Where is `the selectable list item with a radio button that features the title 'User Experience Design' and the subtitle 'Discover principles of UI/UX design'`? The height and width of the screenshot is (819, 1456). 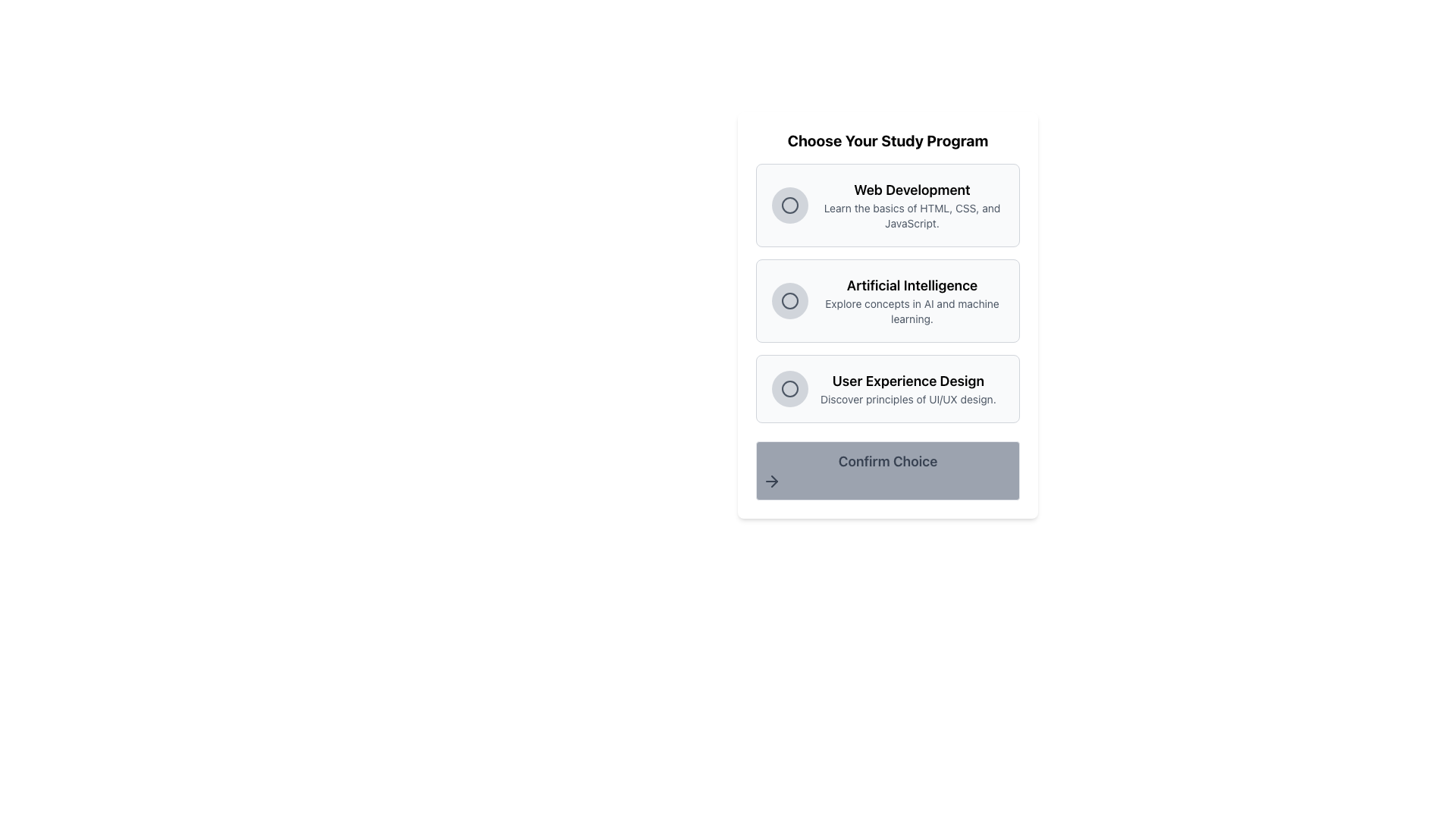 the selectable list item with a radio button that features the title 'User Experience Design' and the subtitle 'Discover principles of UI/UX design' is located at coordinates (888, 388).